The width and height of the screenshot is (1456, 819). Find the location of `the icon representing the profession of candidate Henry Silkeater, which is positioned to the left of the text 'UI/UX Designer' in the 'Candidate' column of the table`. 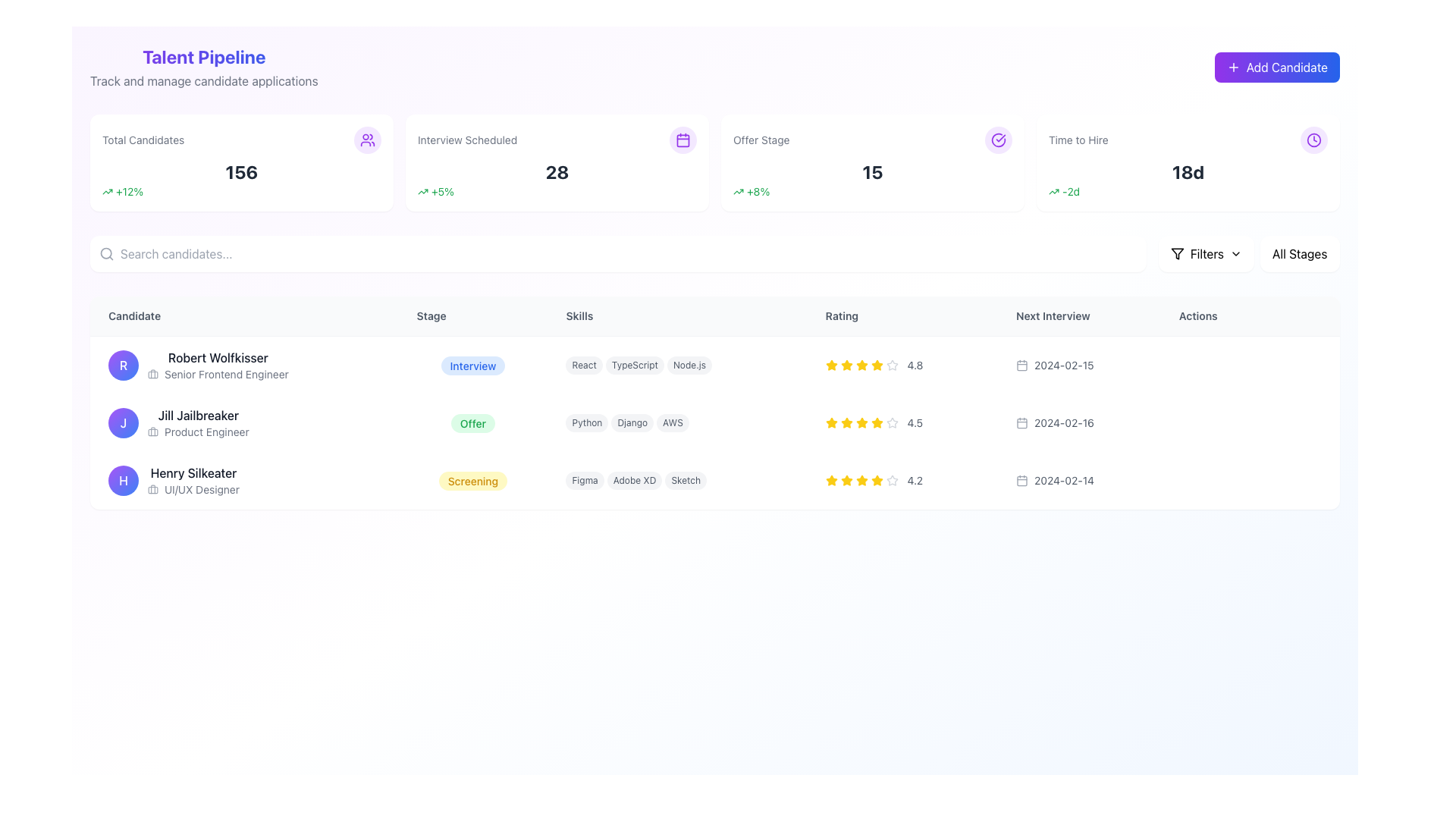

the icon representing the profession of candidate Henry Silkeater, which is positioned to the left of the text 'UI/UX Designer' in the 'Candidate' column of the table is located at coordinates (152, 489).